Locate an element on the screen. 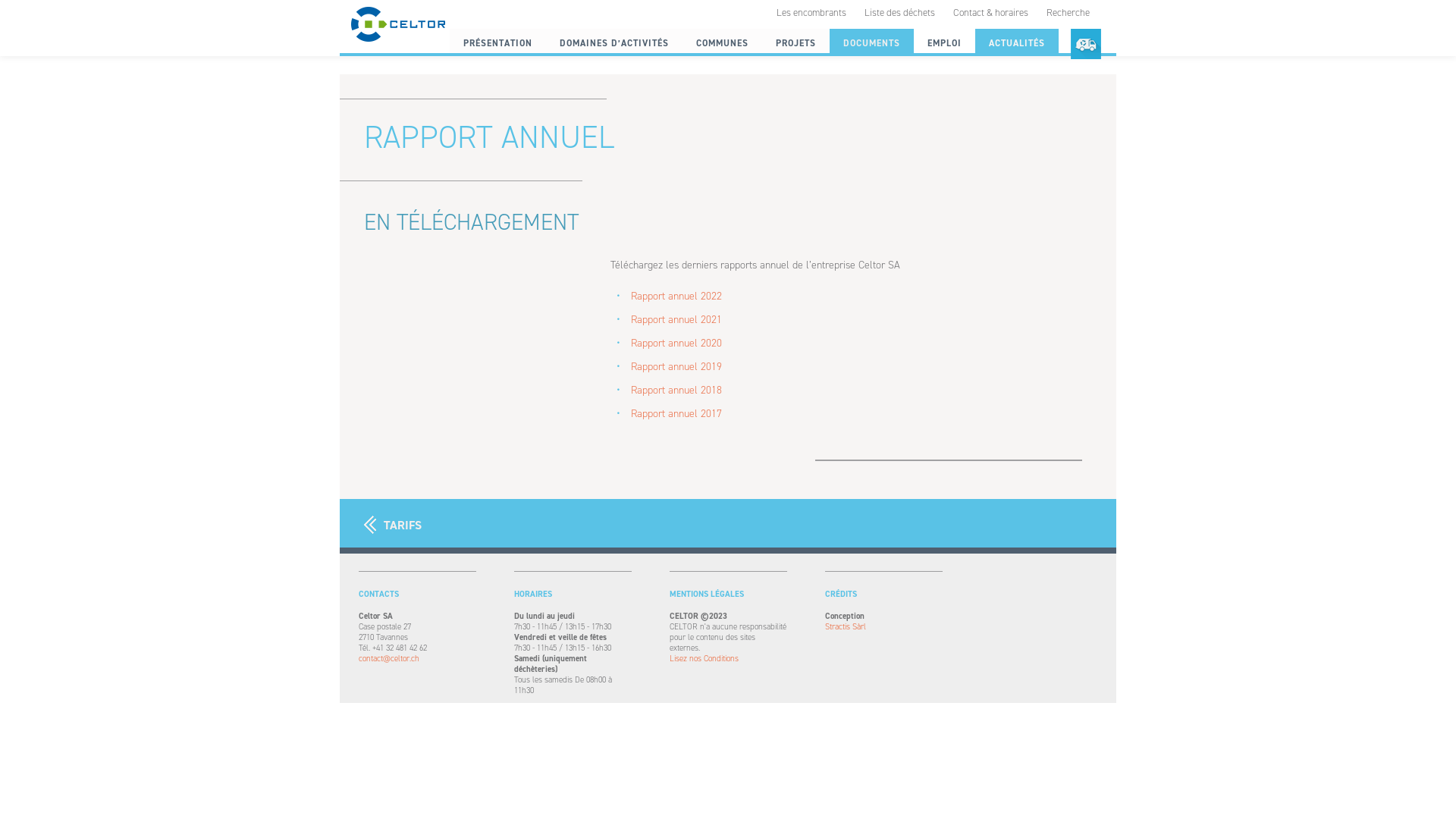  'Rapport annuel 2020' is located at coordinates (676, 343).